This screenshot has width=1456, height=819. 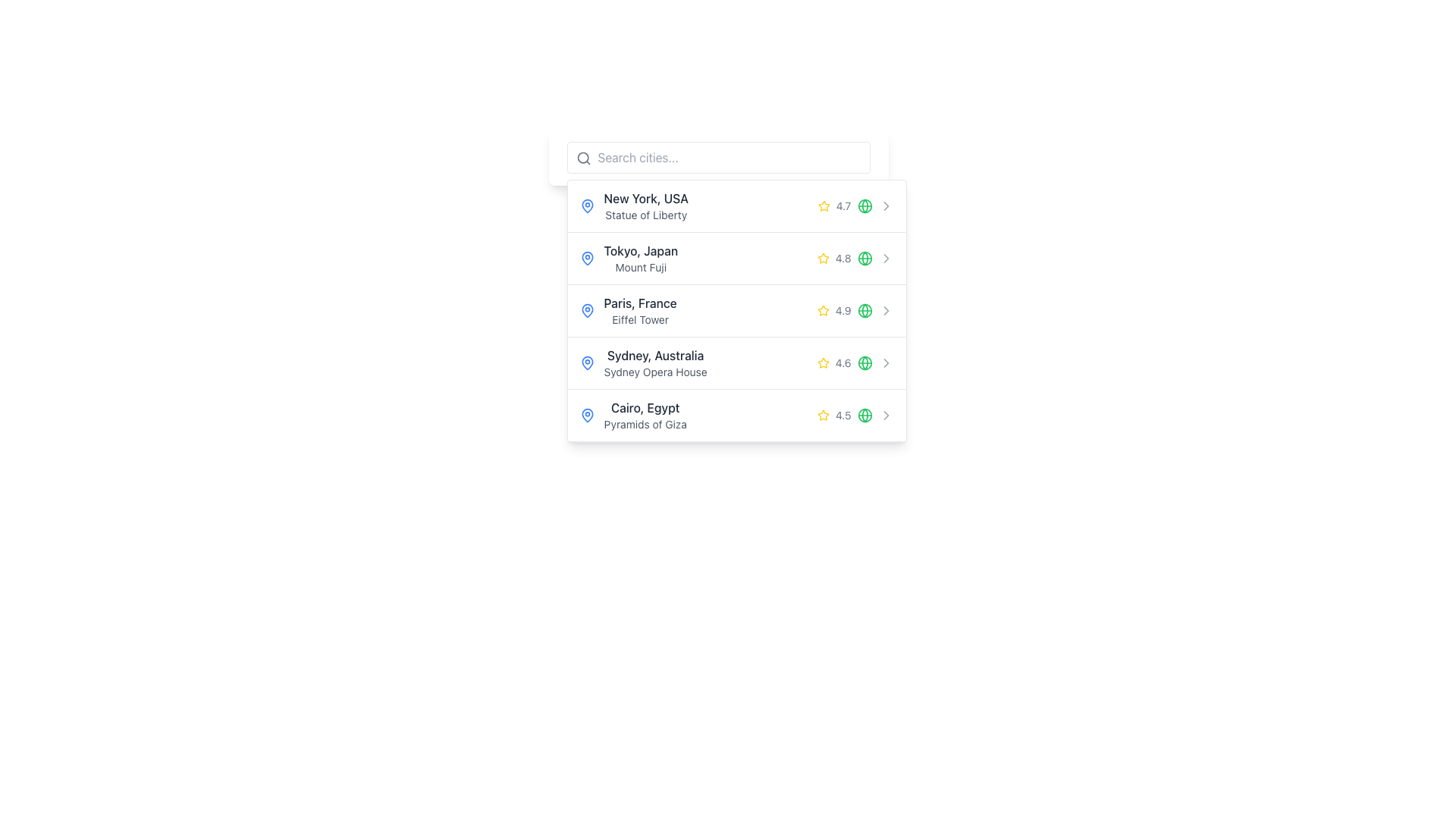 I want to click on the text label displaying the rating '4.9', which is styled in gray and positioned between a yellow star icon and a green globe icon in the 'Paris, France' listing, so click(x=844, y=309).